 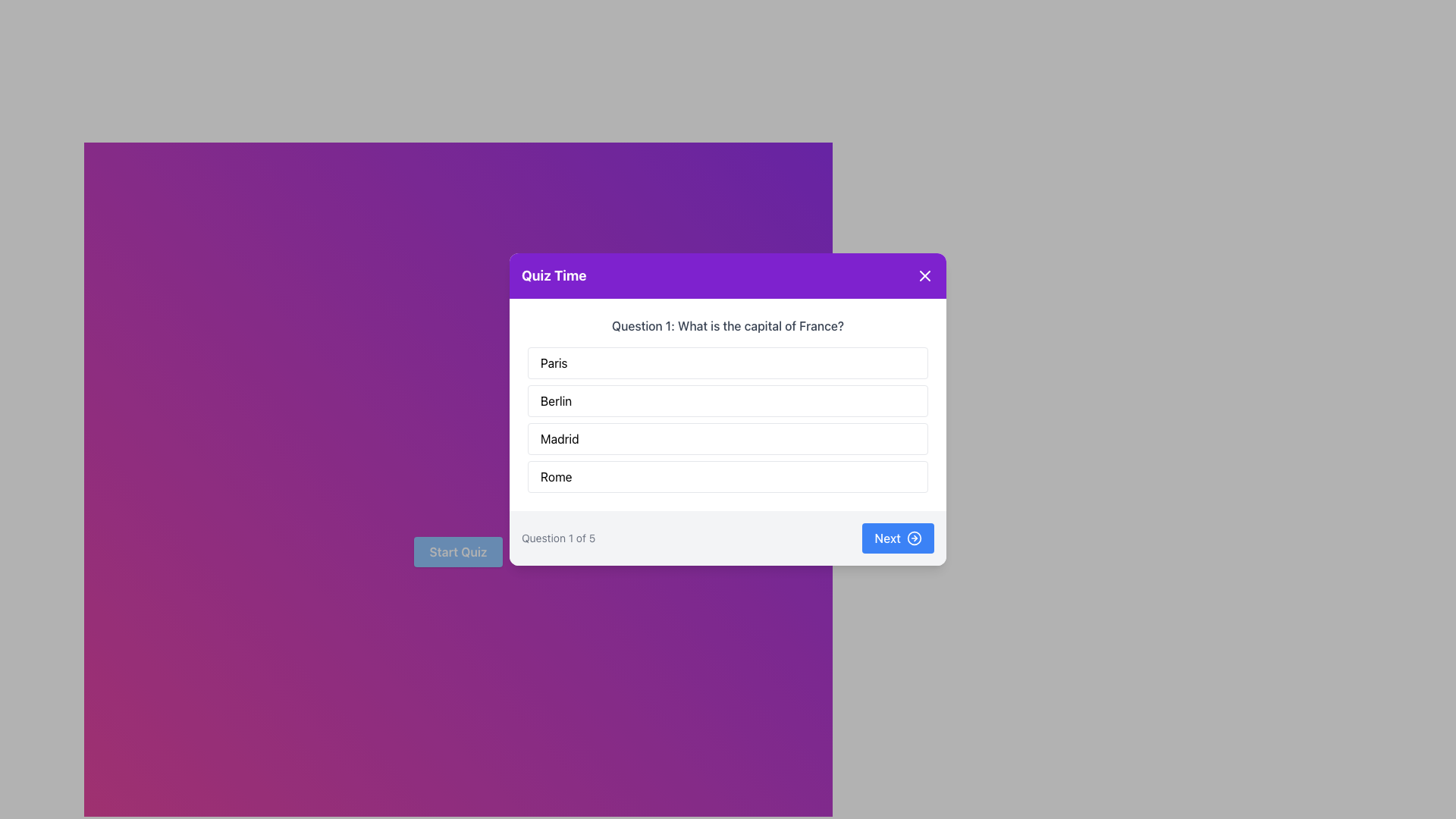 What do you see at coordinates (913, 537) in the screenshot?
I see `the icon within the 'Next' button, located immediately after the text 'Next', to proceed to the next question` at bounding box center [913, 537].